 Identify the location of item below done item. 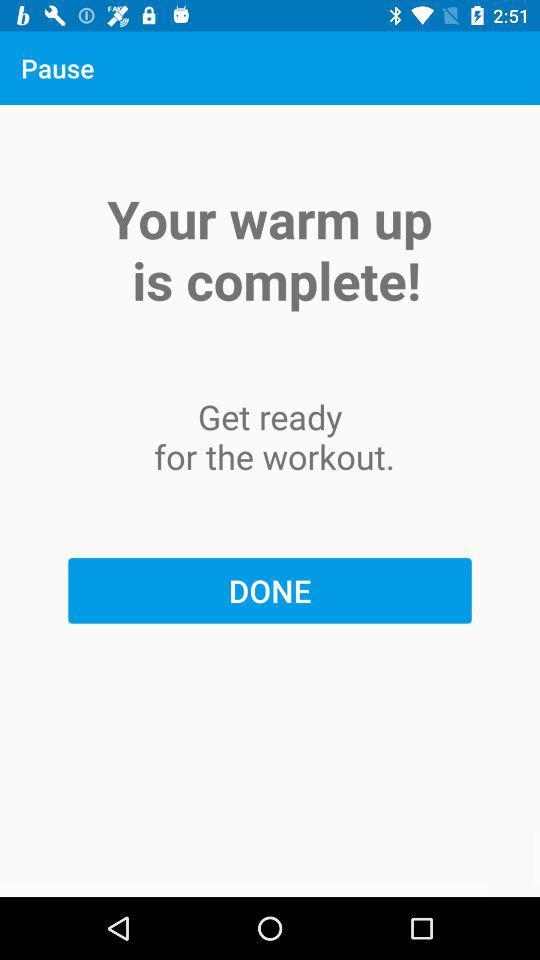
(270, 863).